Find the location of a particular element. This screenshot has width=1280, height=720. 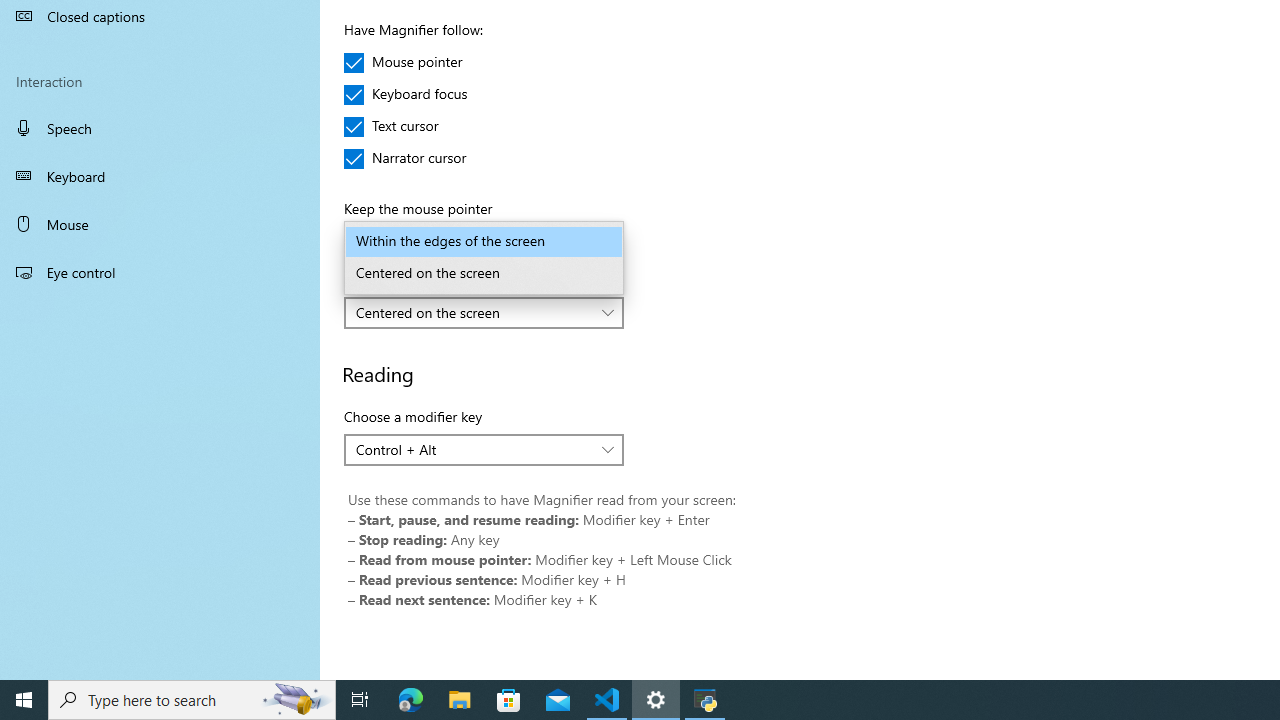

'Keep the text cursor' is located at coordinates (484, 312).